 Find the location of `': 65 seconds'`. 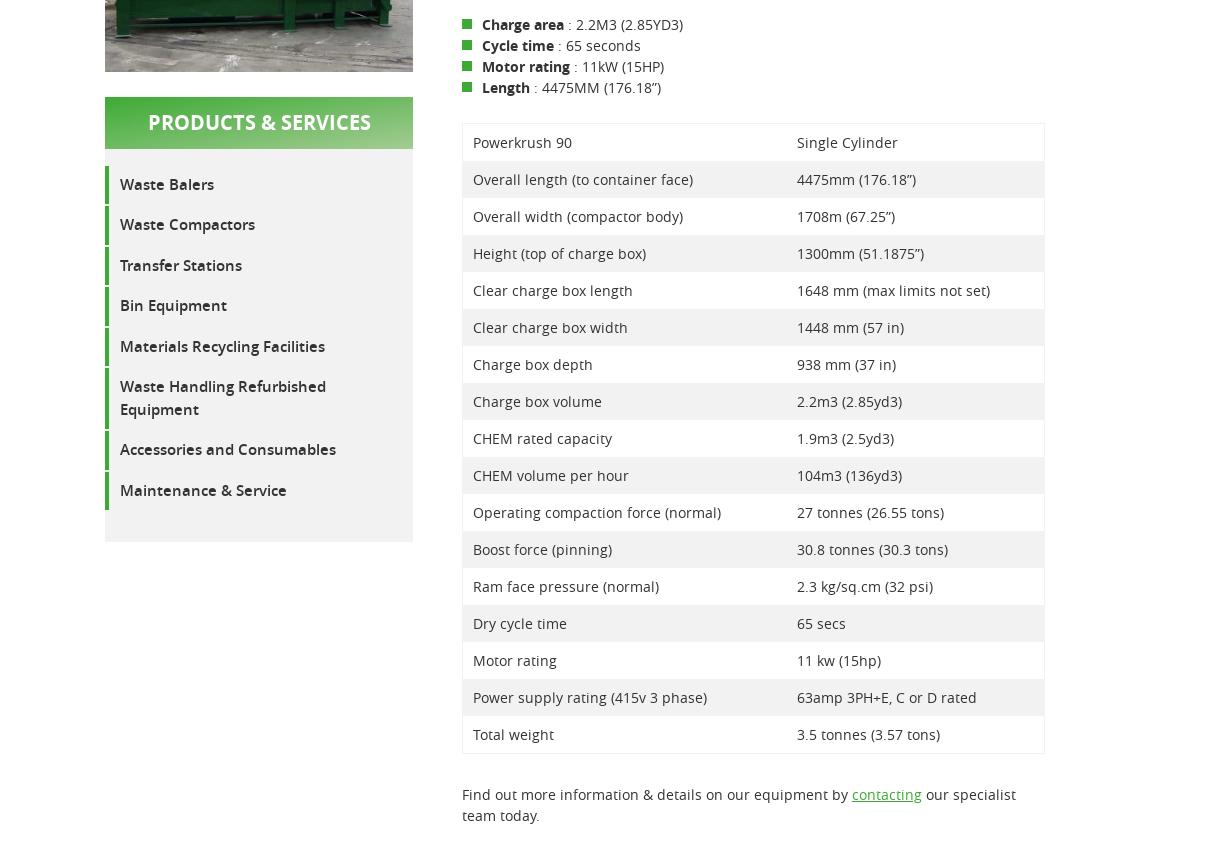

': 65 seconds' is located at coordinates (596, 43).